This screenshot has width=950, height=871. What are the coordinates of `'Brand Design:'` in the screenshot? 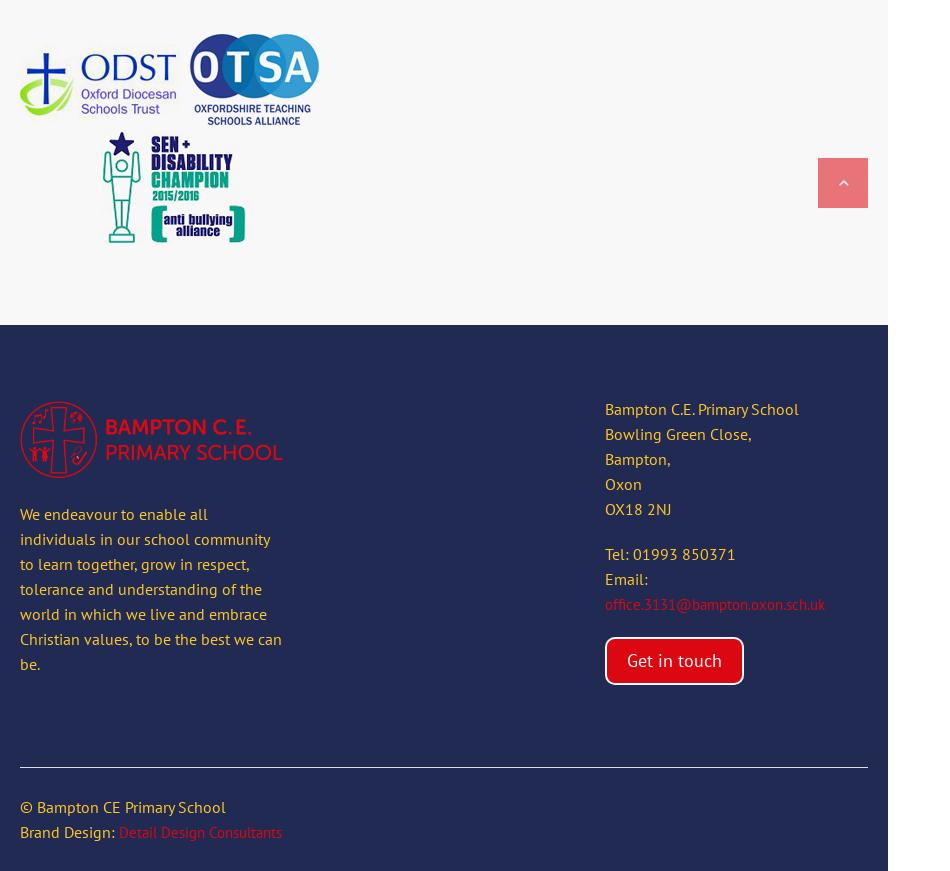 It's located at (69, 831).